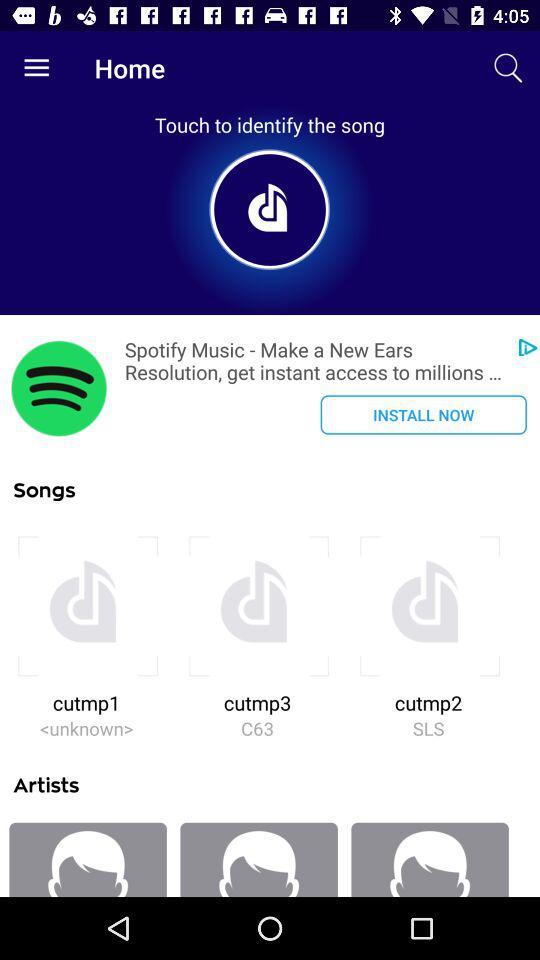 The width and height of the screenshot is (540, 960). What do you see at coordinates (59, 387) in the screenshot?
I see `icon next to the spotify music make icon` at bounding box center [59, 387].